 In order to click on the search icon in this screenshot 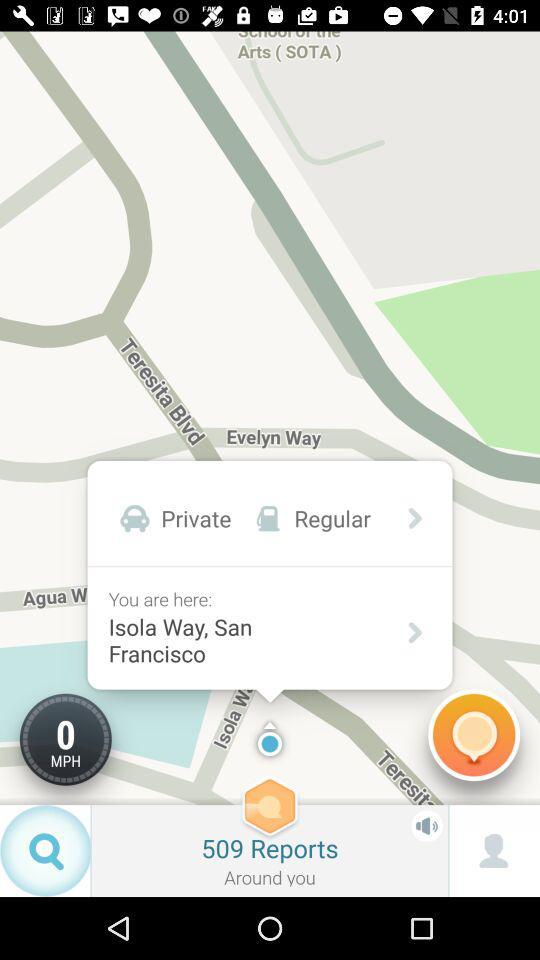, I will do `click(46, 850)`.